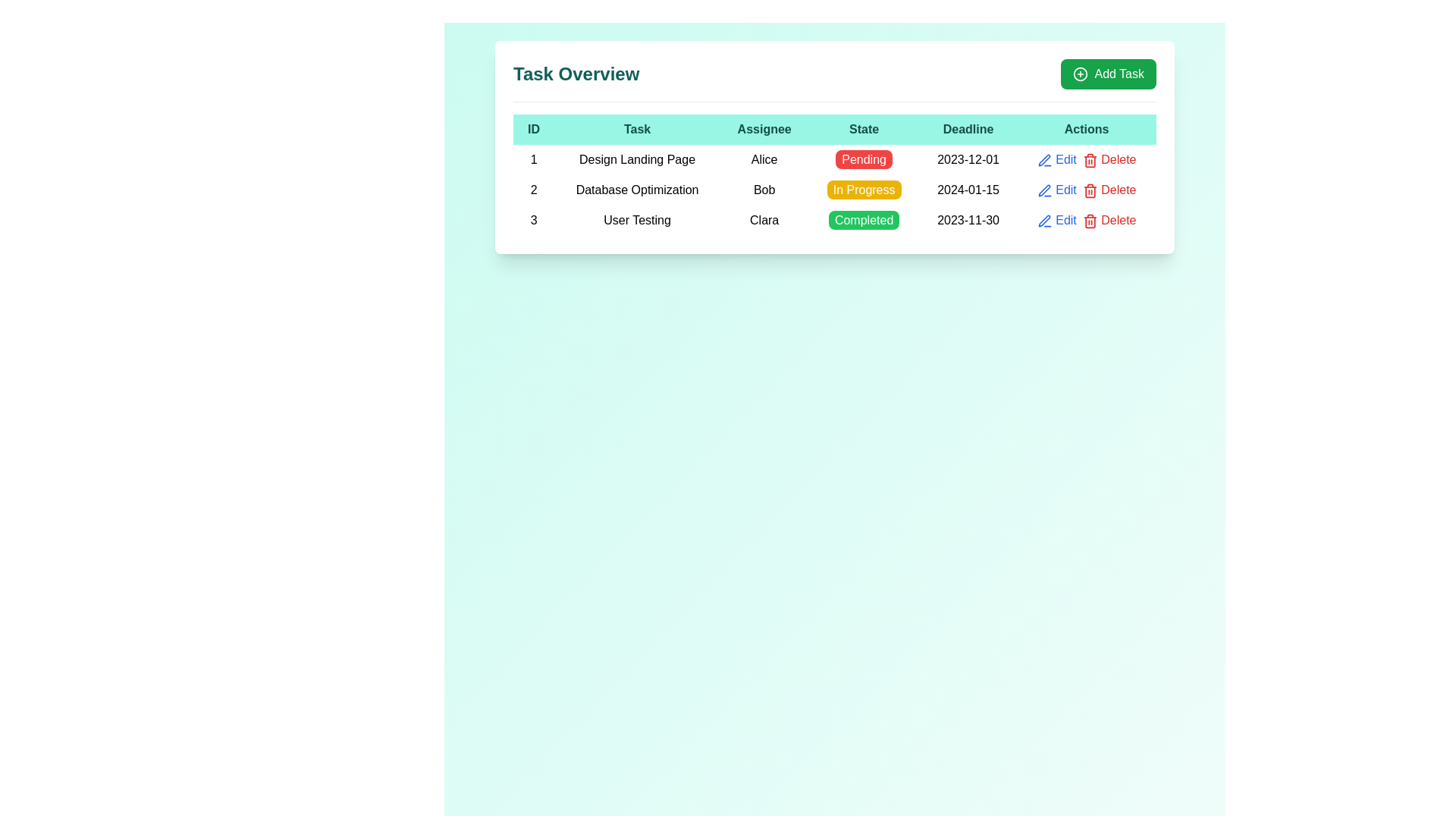 This screenshot has height=819, width=1456. I want to click on the red outlined trash can icon in the first row of the 'Actions' column to initiate the delete action, so click(1089, 160).